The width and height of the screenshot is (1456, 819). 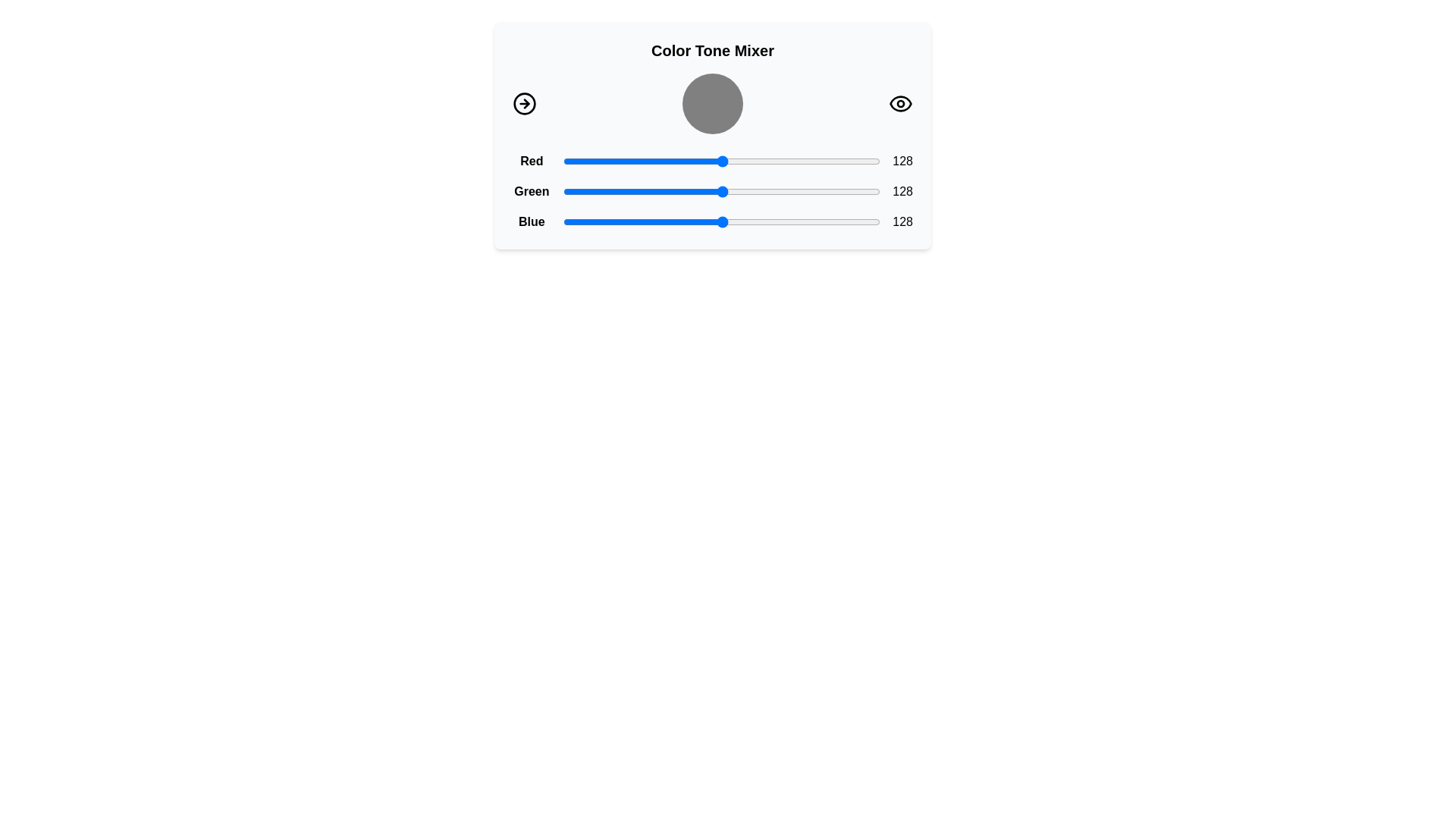 What do you see at coordinates (833, 161) in the screenshot?
I see `the red component` at bounding box center [833, 161].